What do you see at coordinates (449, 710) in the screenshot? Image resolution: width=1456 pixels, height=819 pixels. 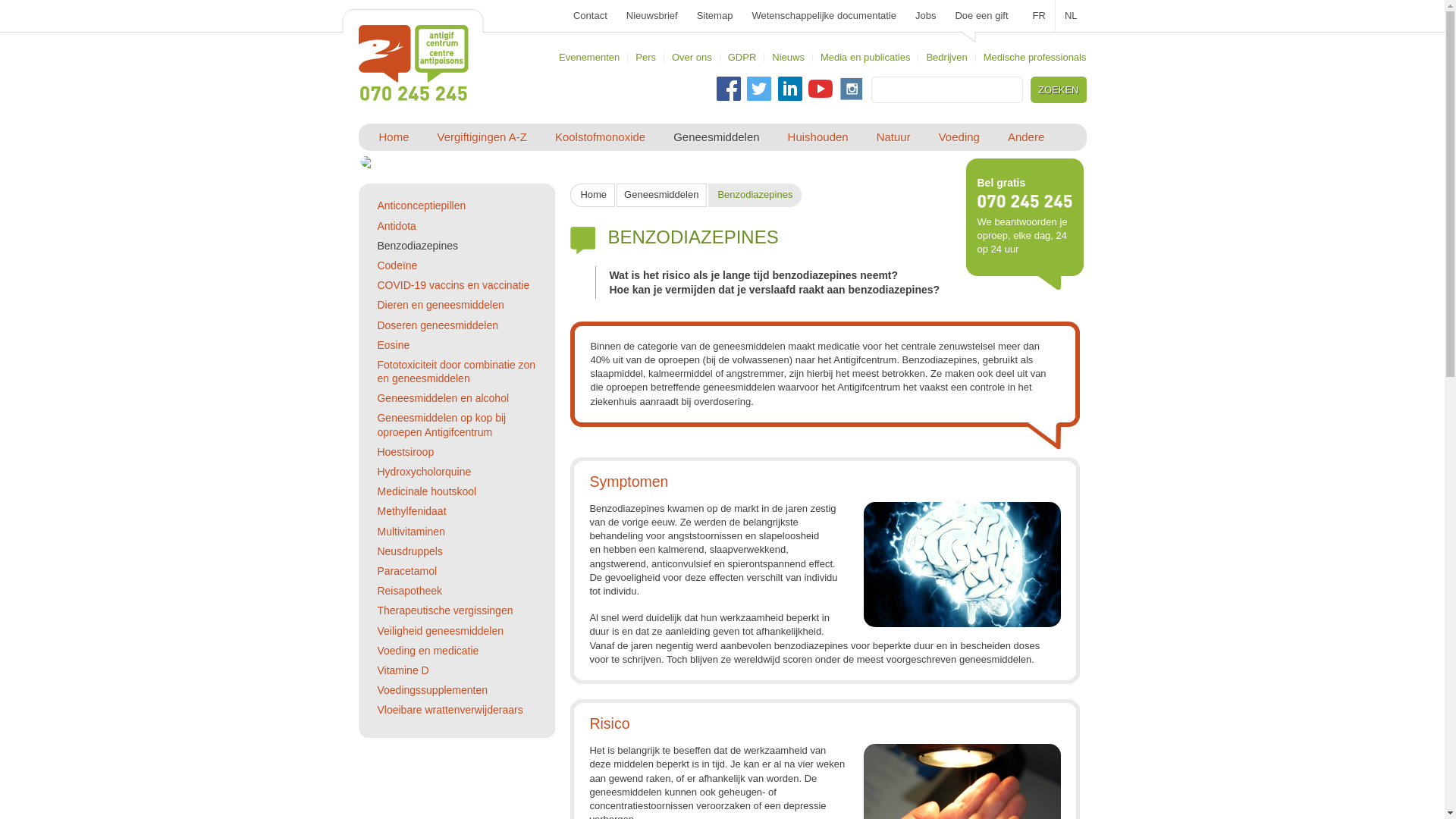 I see `'Vloeibare wrattenverwijderaars'` at bounding box center [449, 710].